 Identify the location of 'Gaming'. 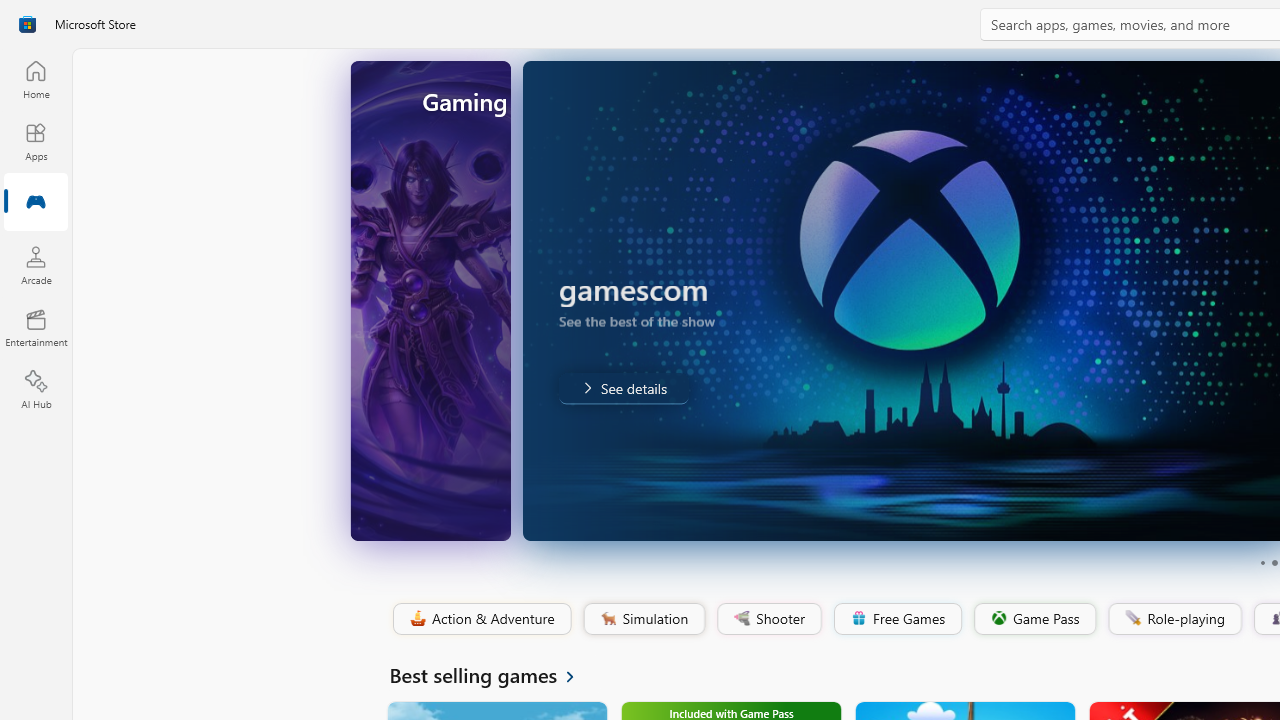
(35, 203).